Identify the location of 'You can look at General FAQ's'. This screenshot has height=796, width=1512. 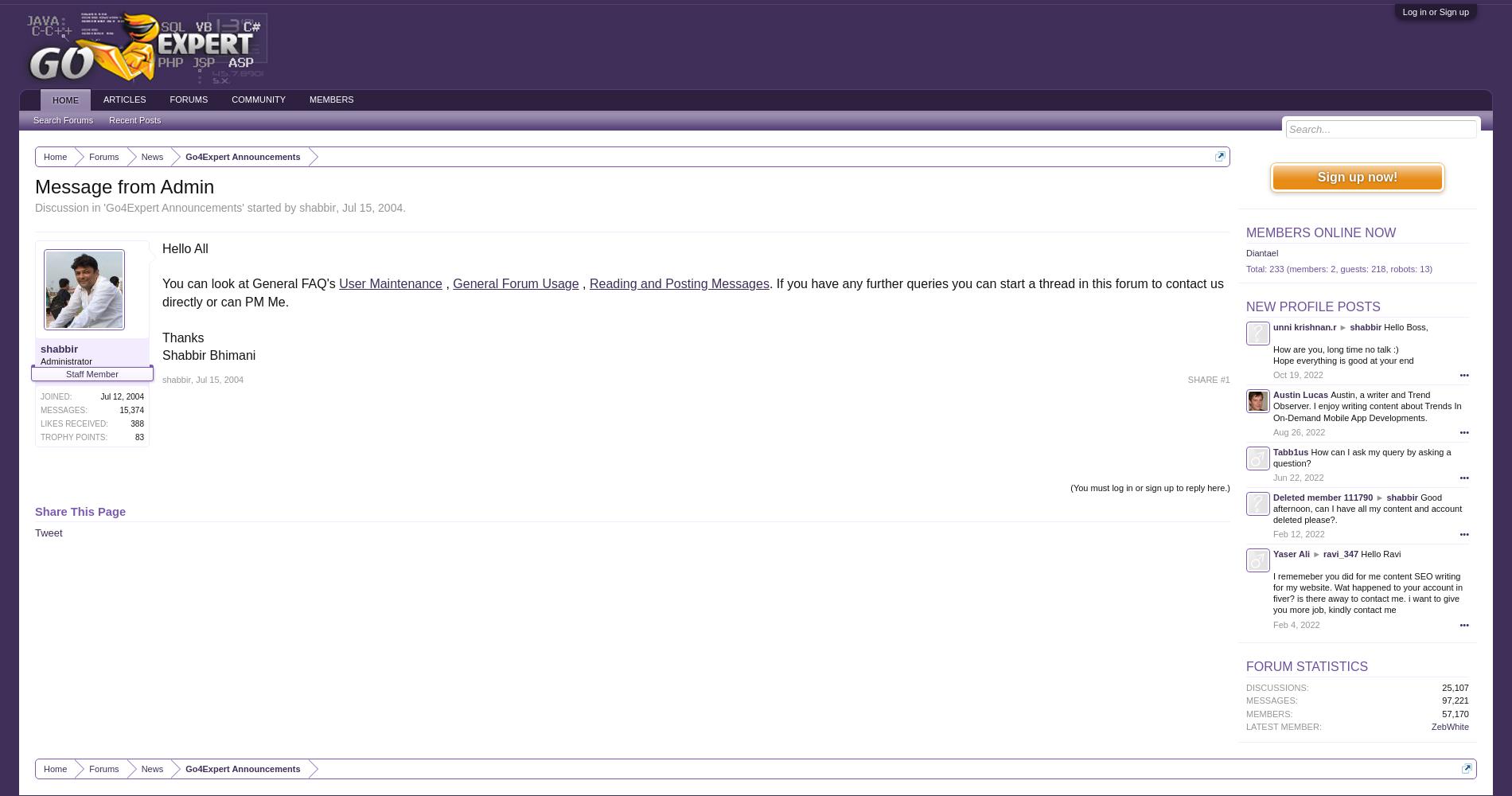
(250, 283).